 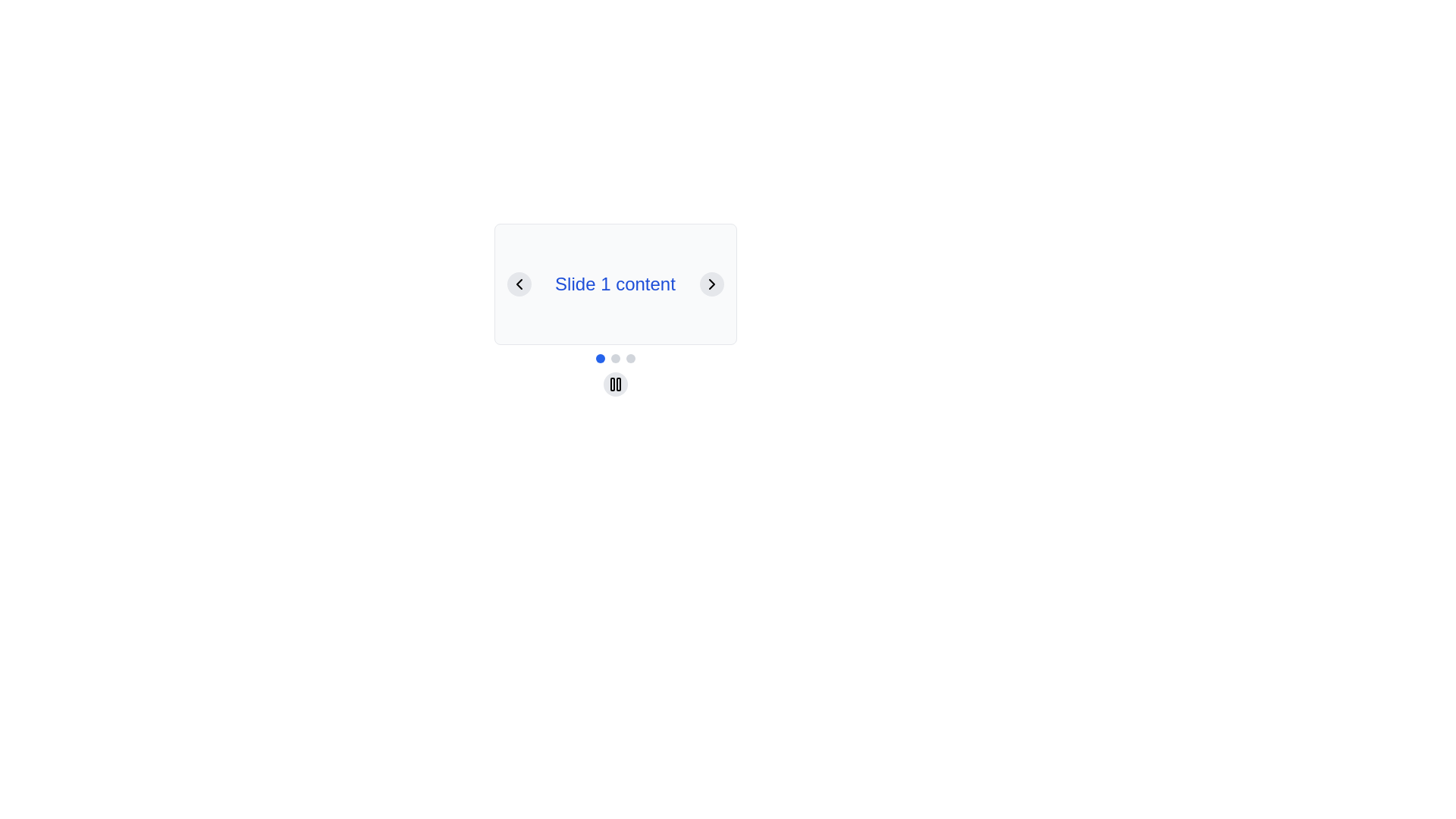 What do you see at coordinates (711, 284) in the screenshot?
I see `the rightward chevron icon in the carousel navigation group` at bounding box center [711, 284].